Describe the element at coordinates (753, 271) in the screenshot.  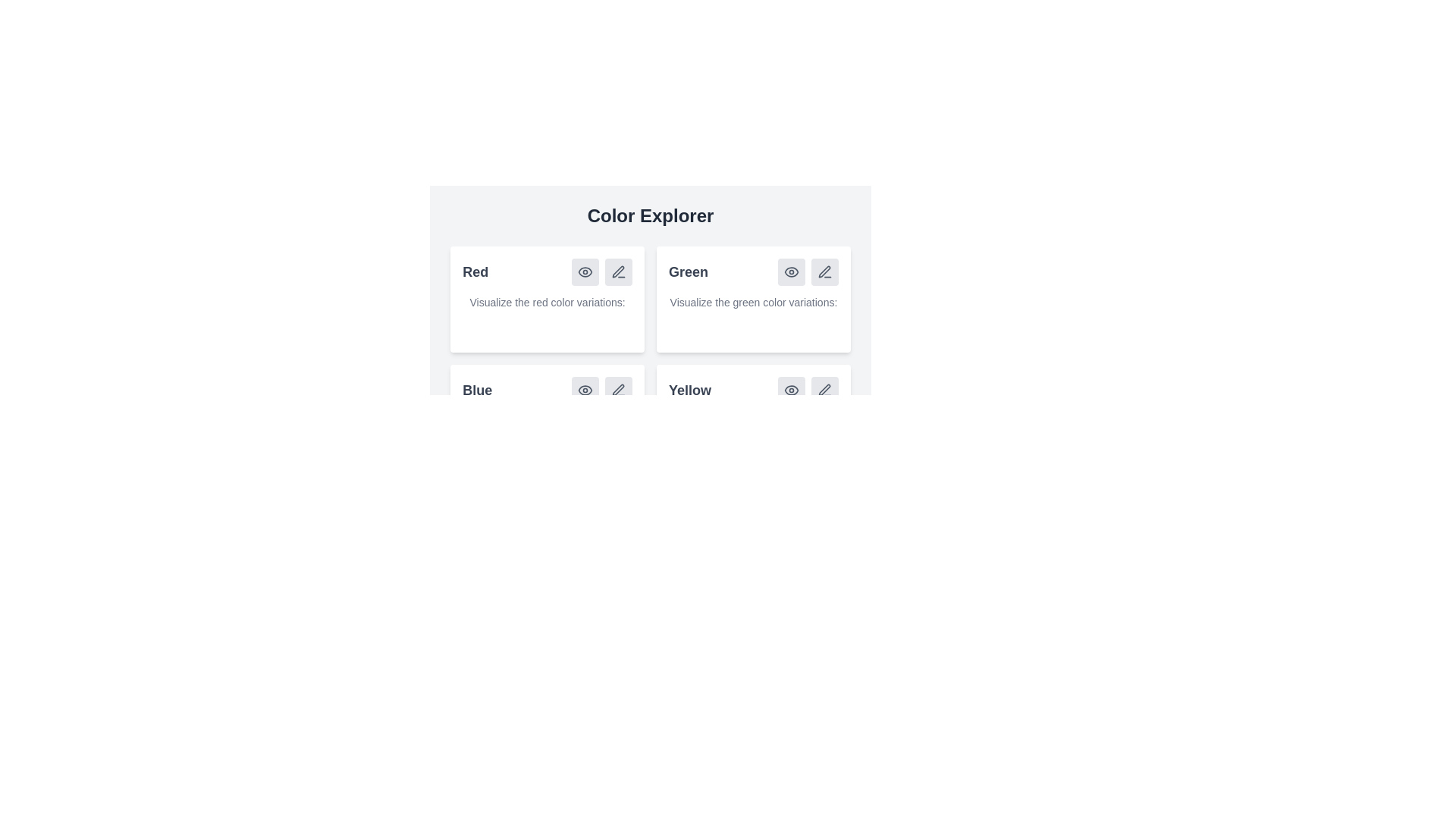
I see `the composite element representing the green color in the Color Explorer interface to potentially see a tooltip` at that location.